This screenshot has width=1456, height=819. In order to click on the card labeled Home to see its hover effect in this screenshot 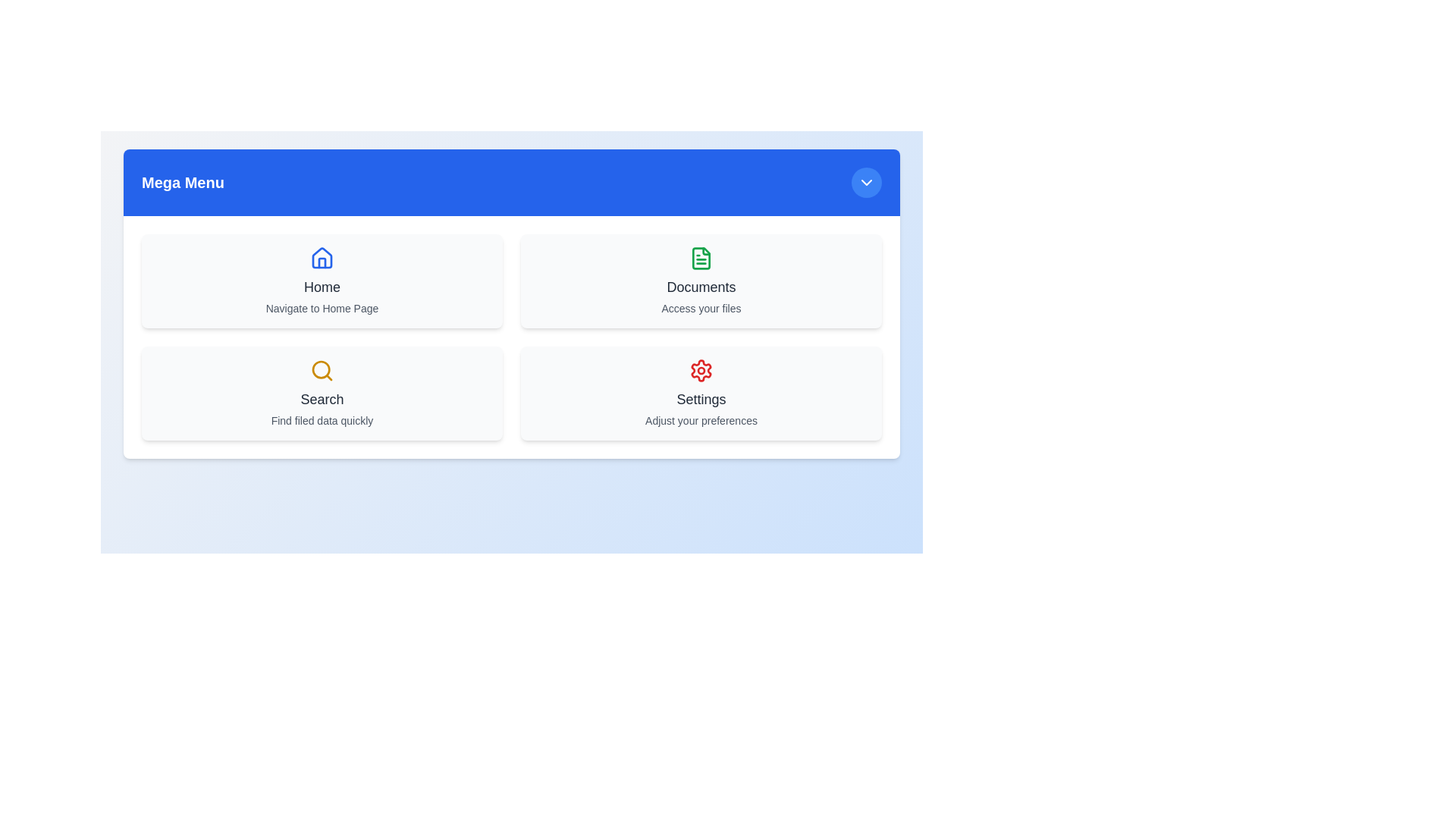, I will do `click(322, 281)`.